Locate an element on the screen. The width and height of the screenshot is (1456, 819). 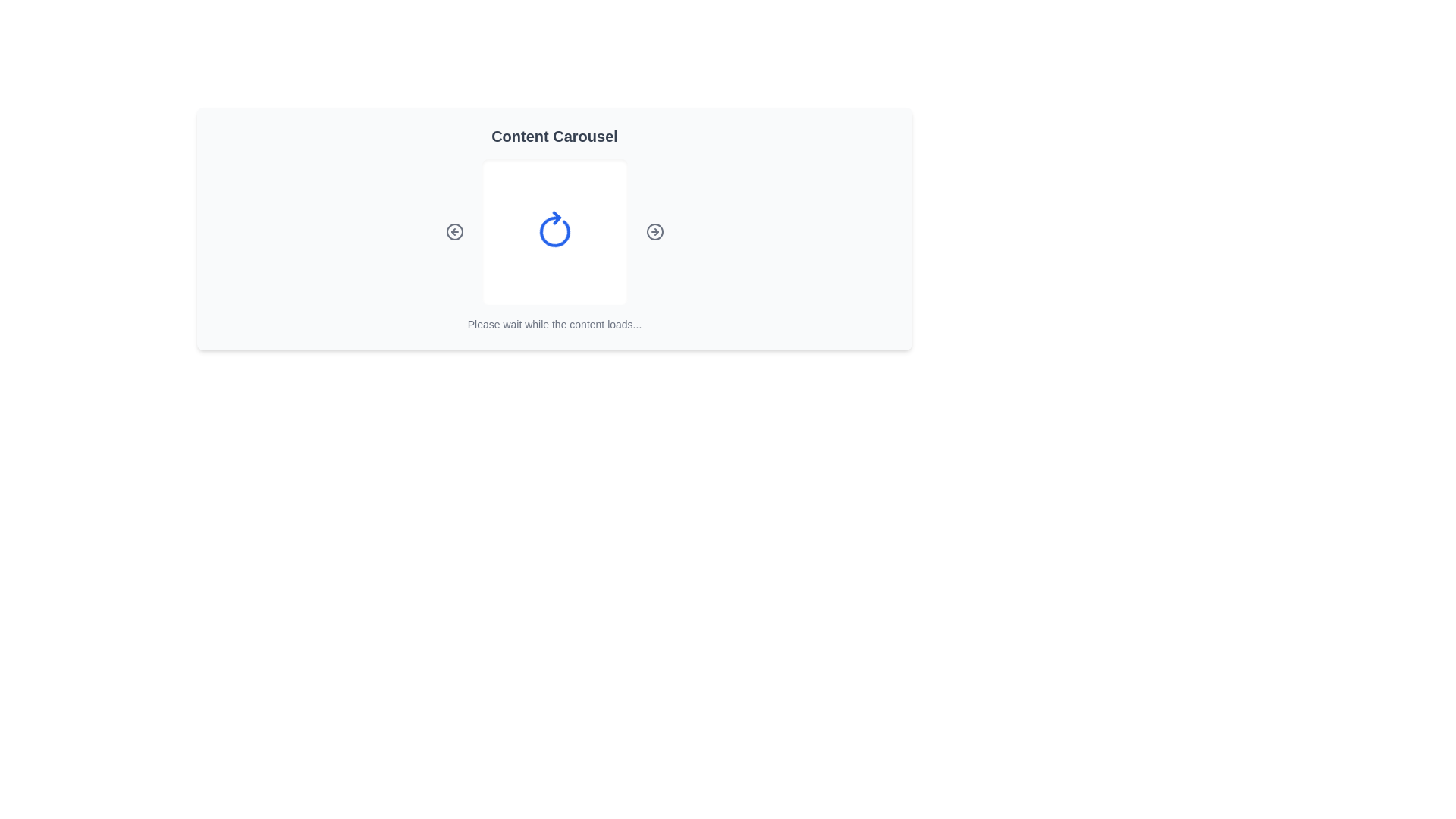
the animation of the Loading Spinner Indicator located in the center of the carousel display area is located at coordinates (554, 231).